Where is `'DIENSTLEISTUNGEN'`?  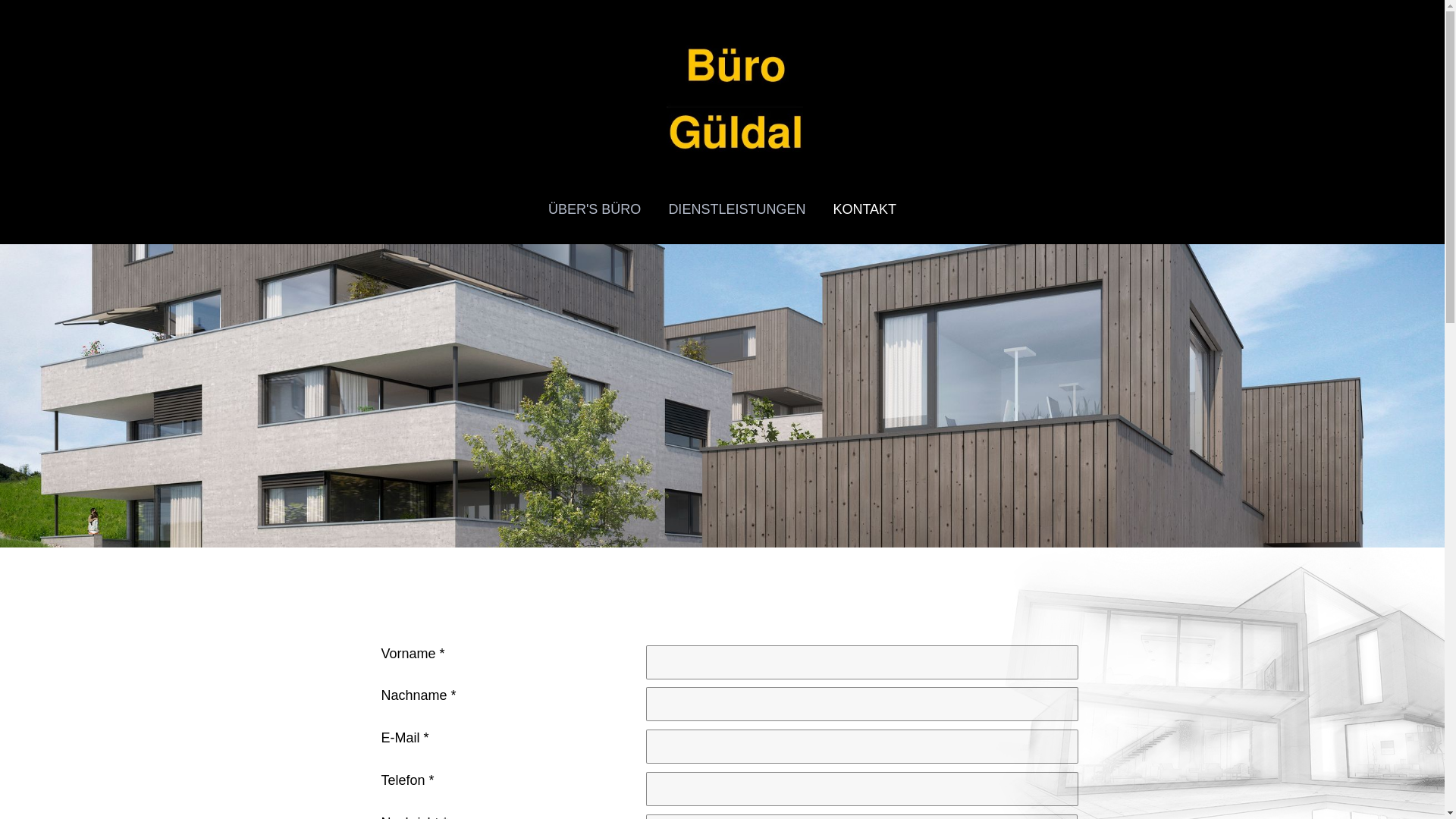
'DIENSTLEISTUNGEN' is located at coordinates (654, 209).